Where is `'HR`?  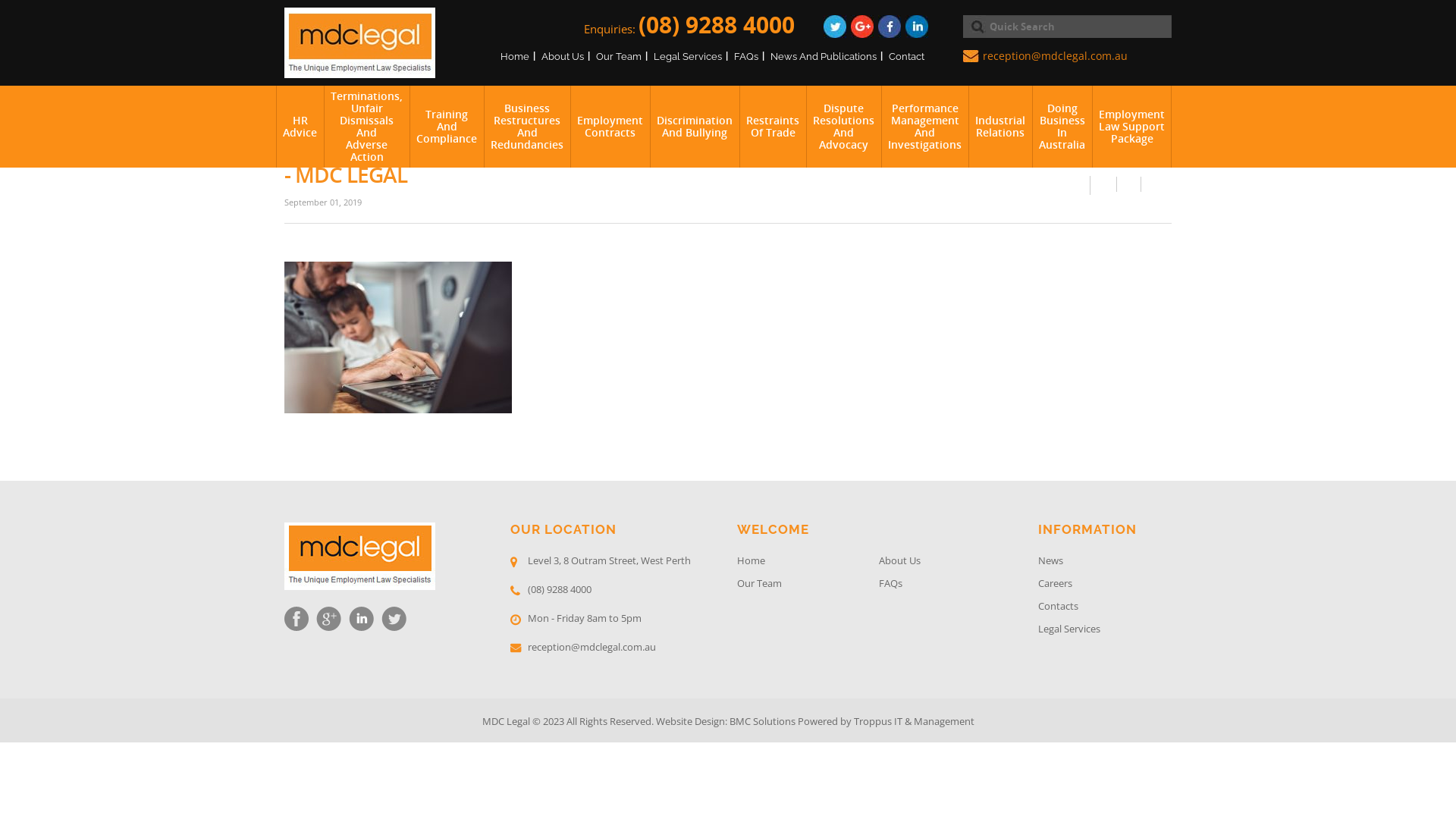 'HR is located at coordinates (300, 125).